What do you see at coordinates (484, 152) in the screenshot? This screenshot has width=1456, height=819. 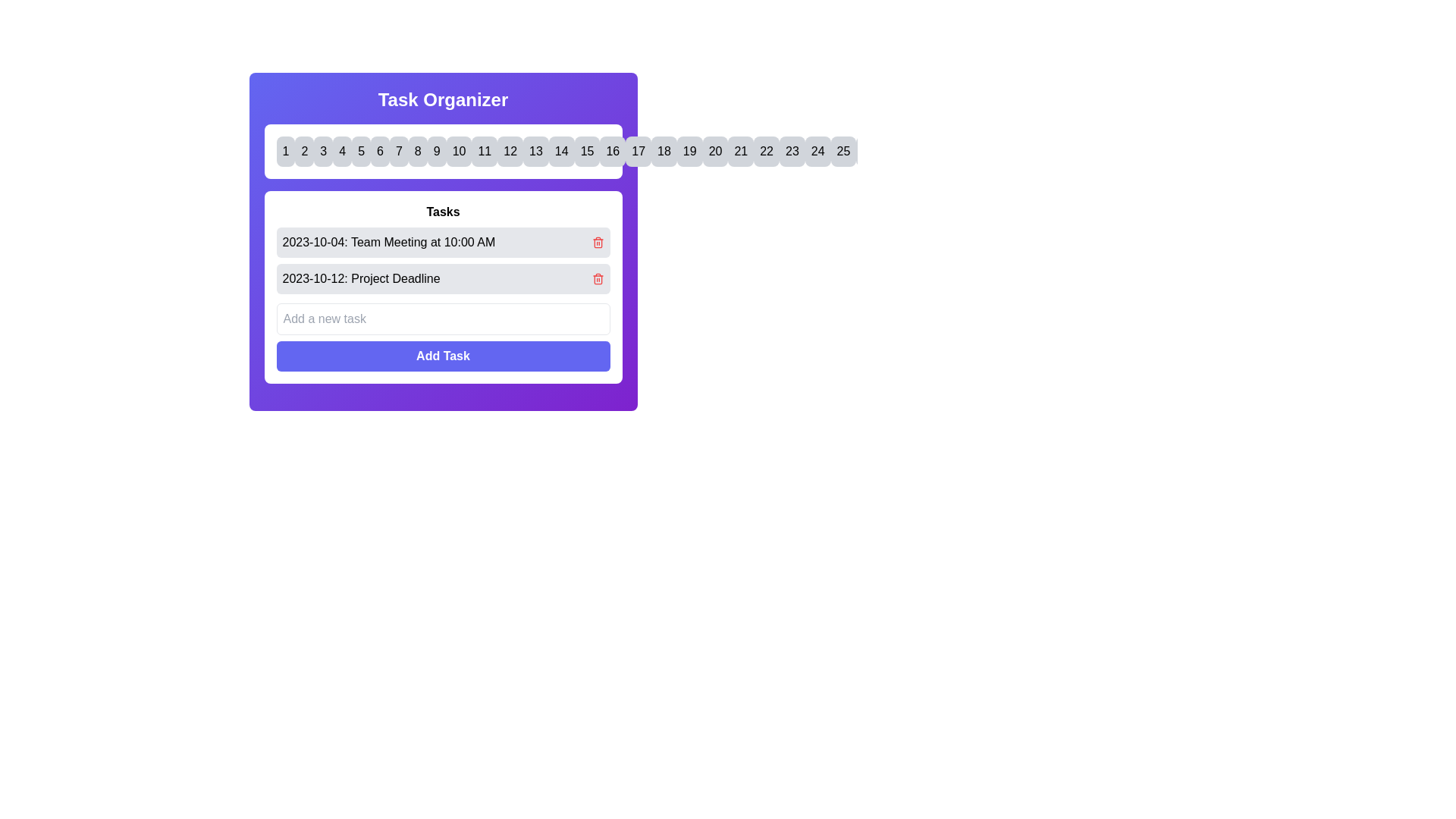 I see `the rectangular button with a light gray background and the text '11'` at bounding box center [484, 152].